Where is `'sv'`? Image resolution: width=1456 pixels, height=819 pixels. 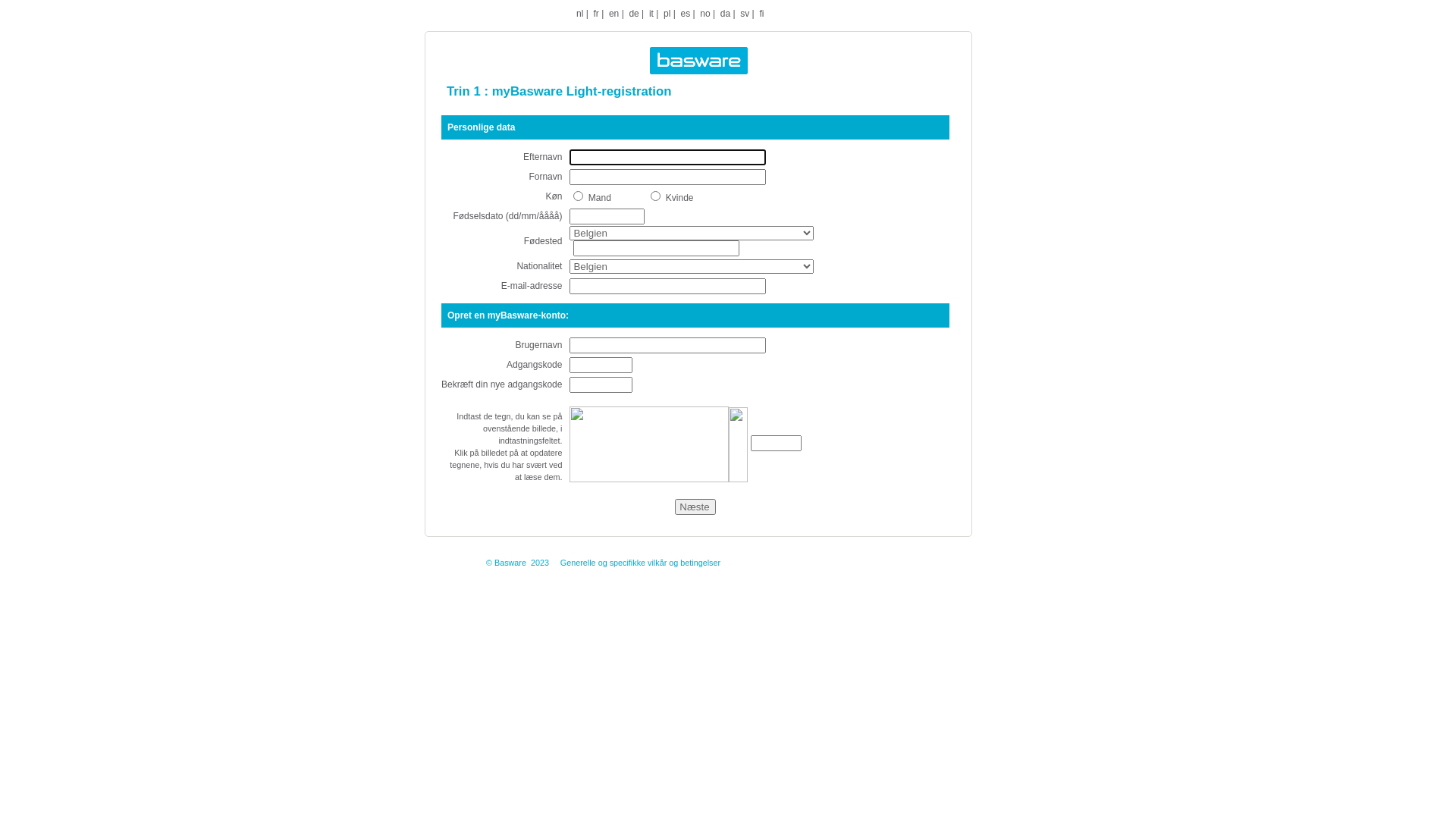
'sv' is located at coordinates (745, 14).